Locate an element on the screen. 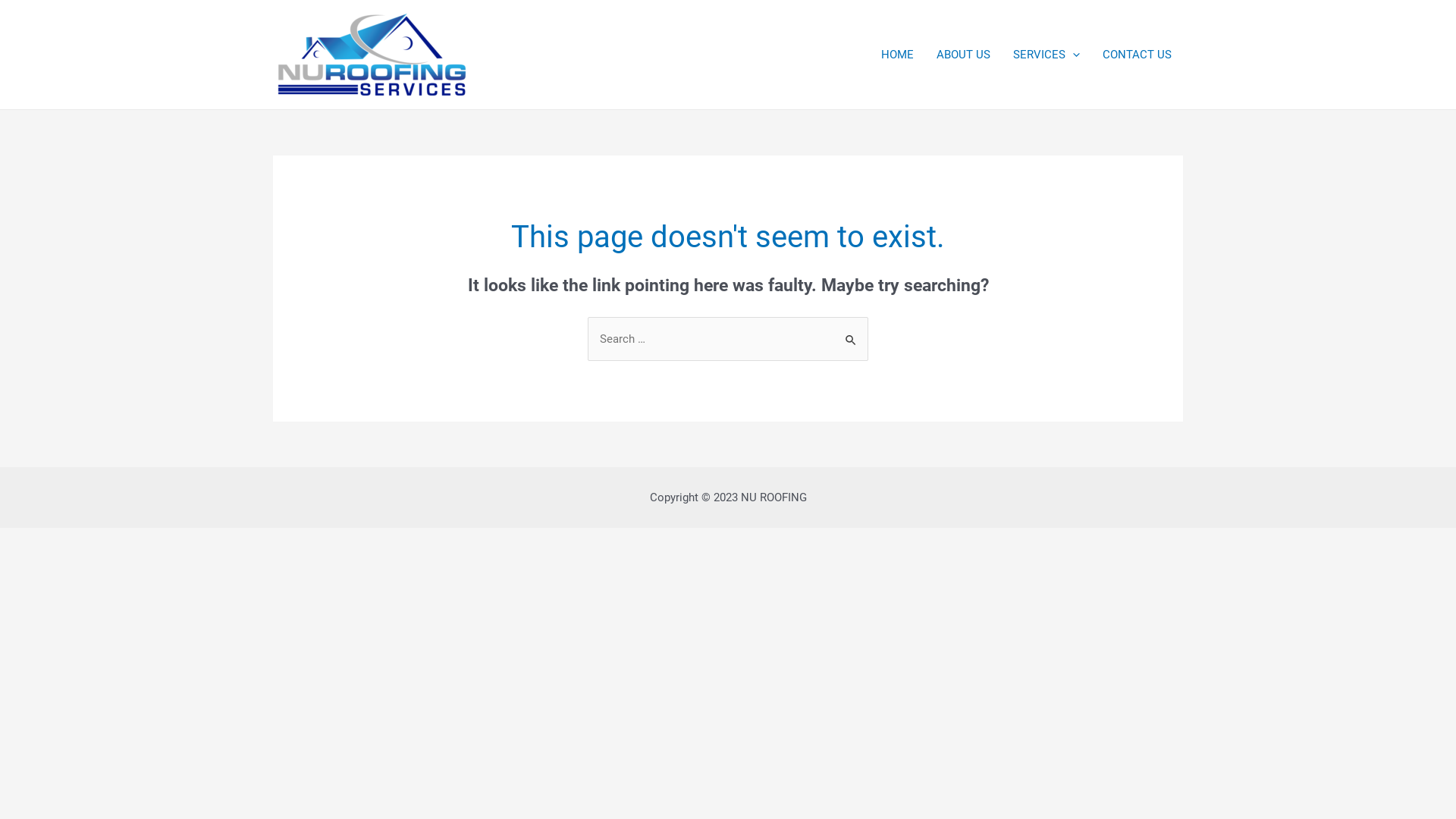 This screenshot has width=1456, height=819. 'HOME' is located at coordinates (897, 54).